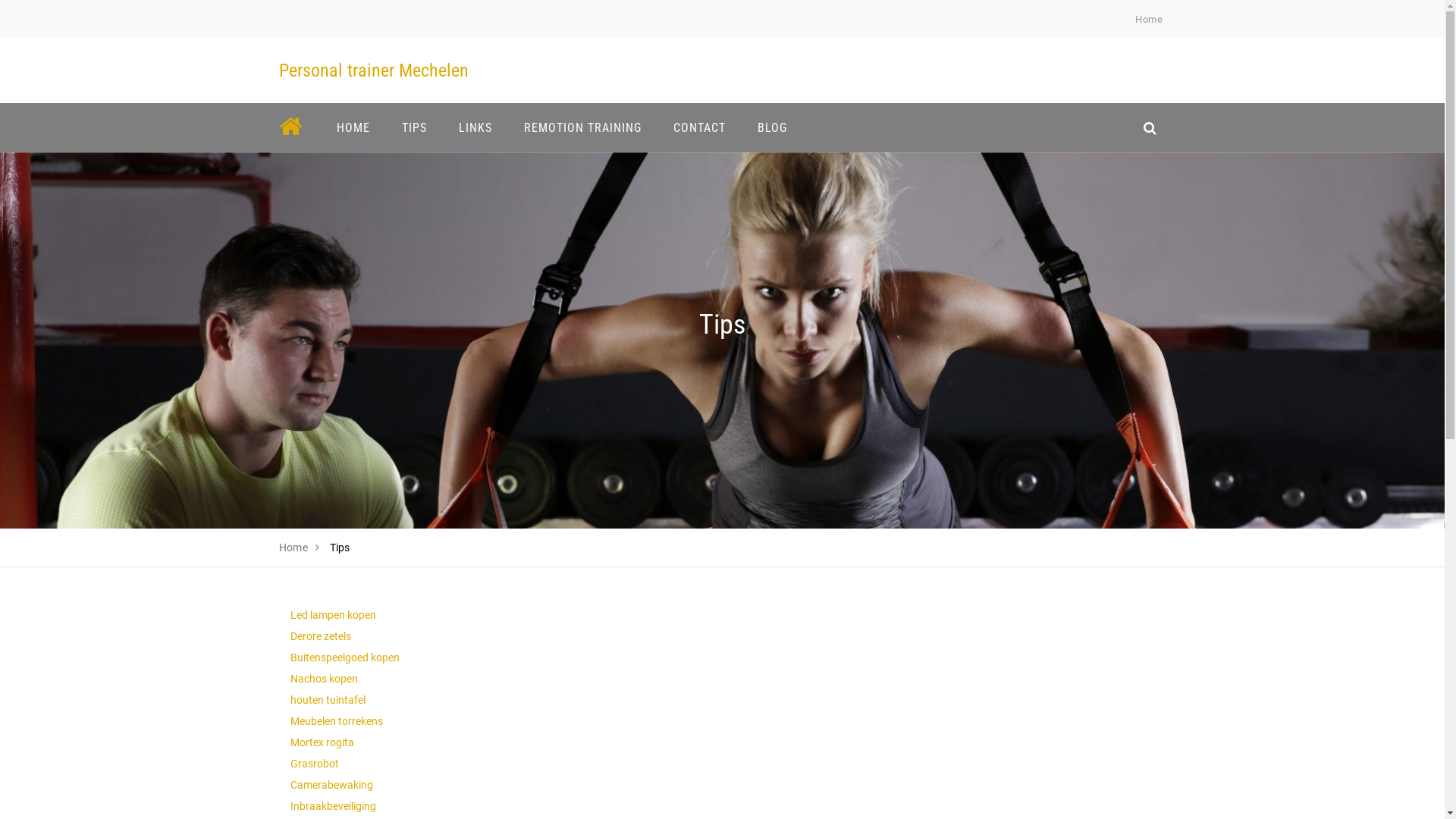 The width and height of the screenshot is (1456, 819). What do you see at coordinates (322, 677) in the screenshot?
I see `'Nachos kopen'` at bounding box center [322, 677].